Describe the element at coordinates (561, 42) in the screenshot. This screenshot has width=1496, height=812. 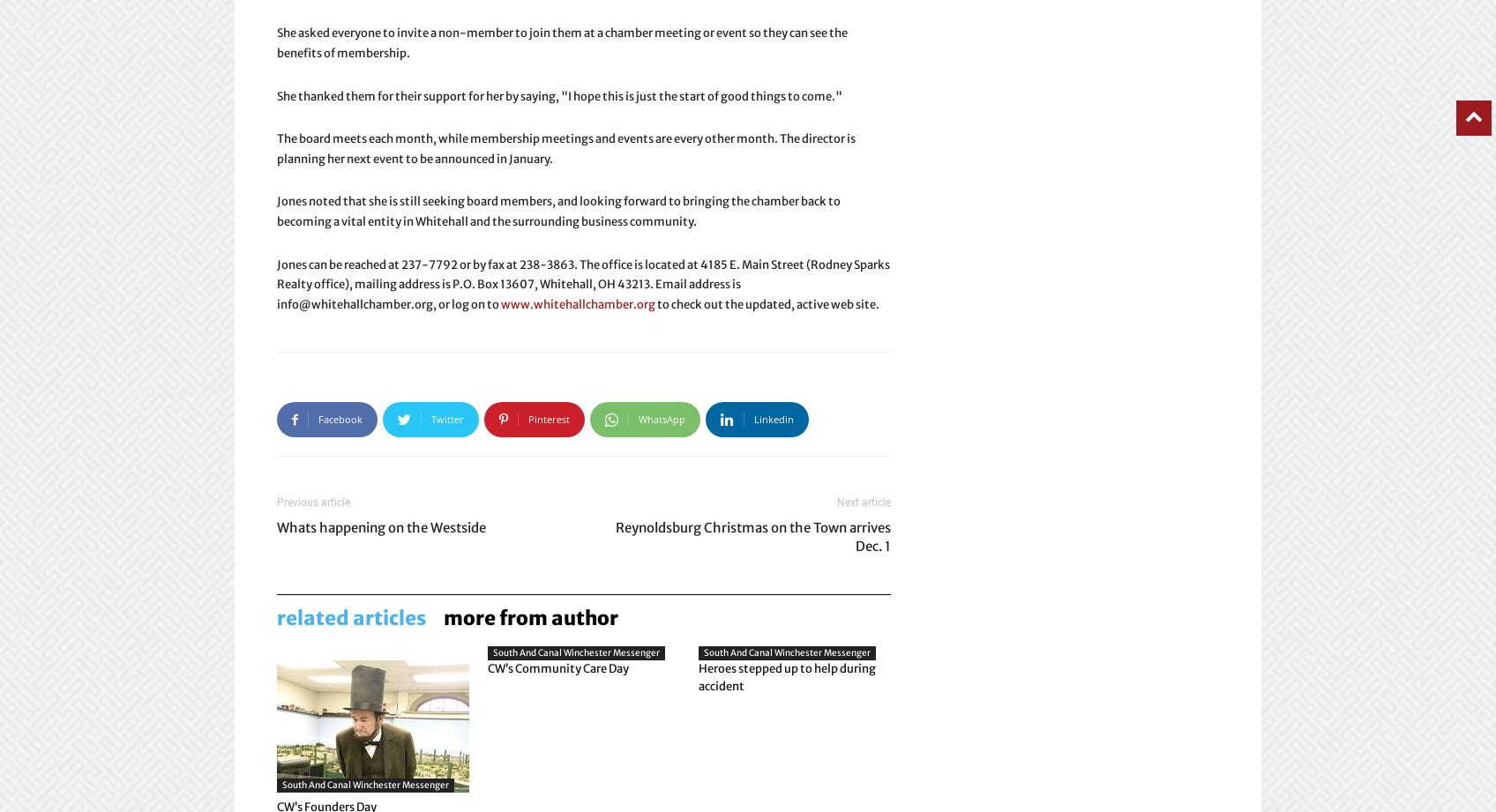
I see `'She asked everyone to invite a non-member to join them at a chamber meeting or event so they can see the benefits of membership.'` at that location.